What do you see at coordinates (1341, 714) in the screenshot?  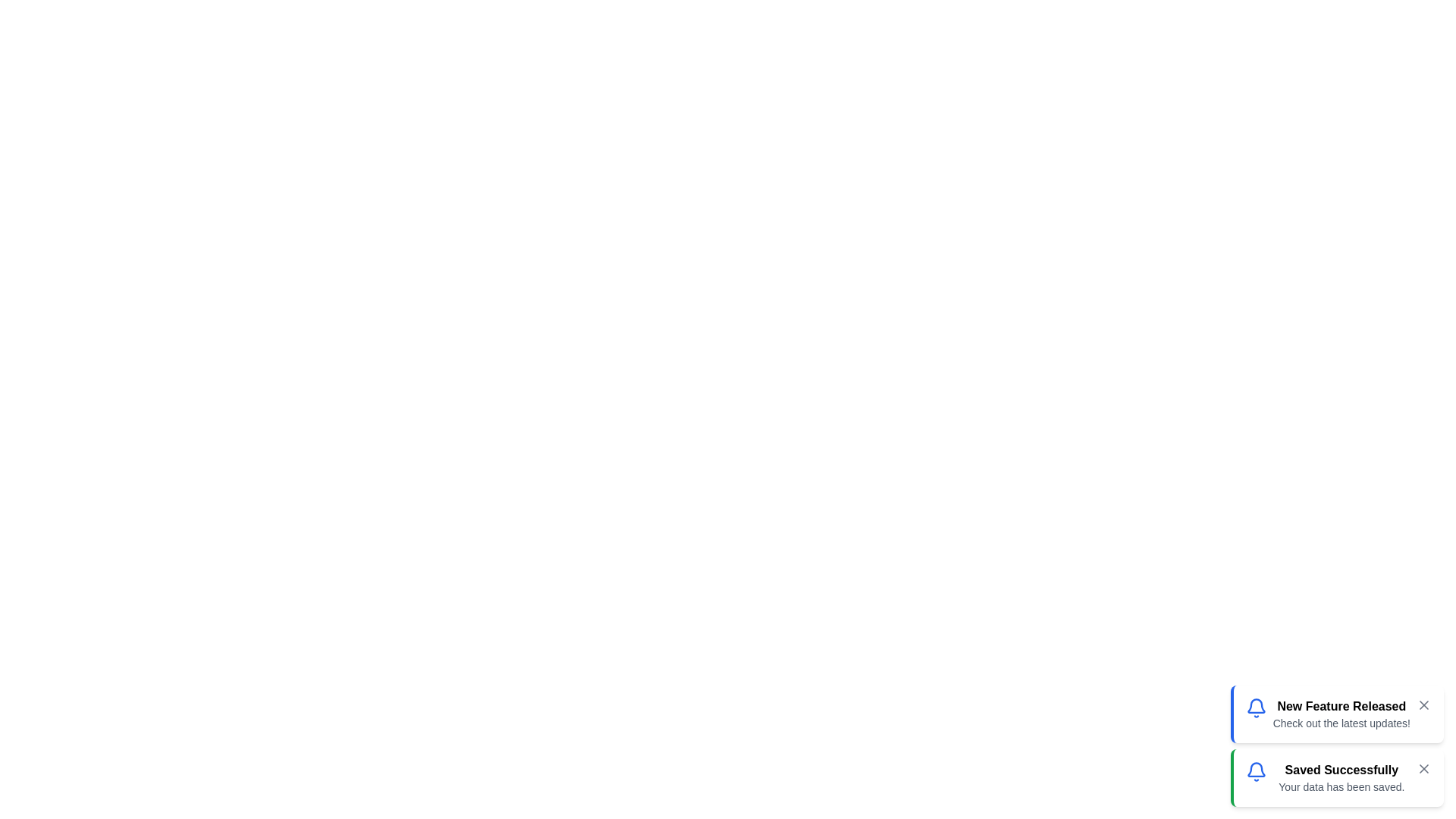 I see `the notification message Text Block that conveys the release of a new feature, located in the top half of a white notification card with a blue left border, next to a blue bell icon` at bounding box center [1341, 714].